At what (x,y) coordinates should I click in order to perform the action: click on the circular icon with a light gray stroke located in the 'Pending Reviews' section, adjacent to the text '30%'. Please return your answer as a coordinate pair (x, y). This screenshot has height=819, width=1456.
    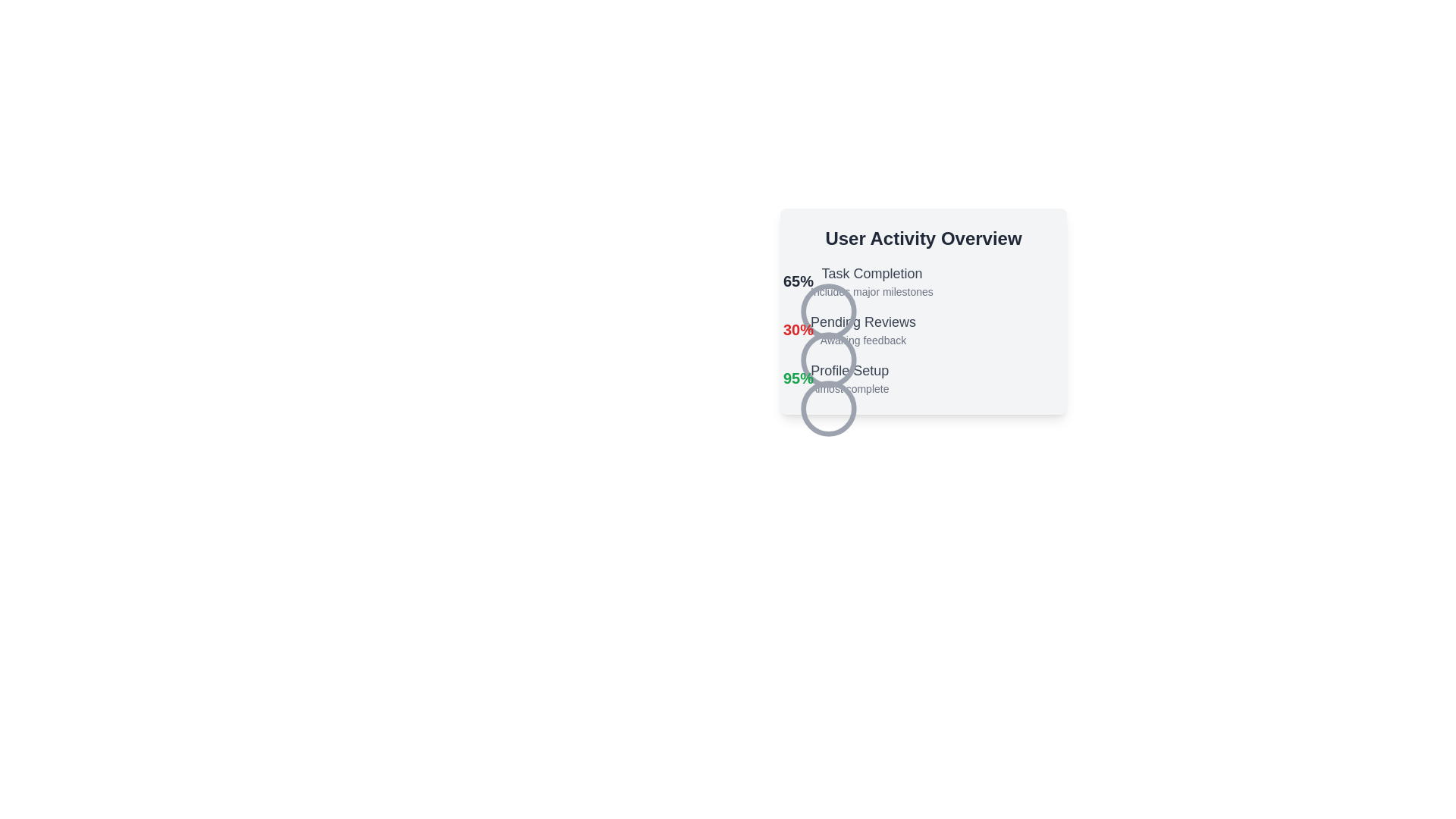
    Looking at the image, I should click on (828, 311).